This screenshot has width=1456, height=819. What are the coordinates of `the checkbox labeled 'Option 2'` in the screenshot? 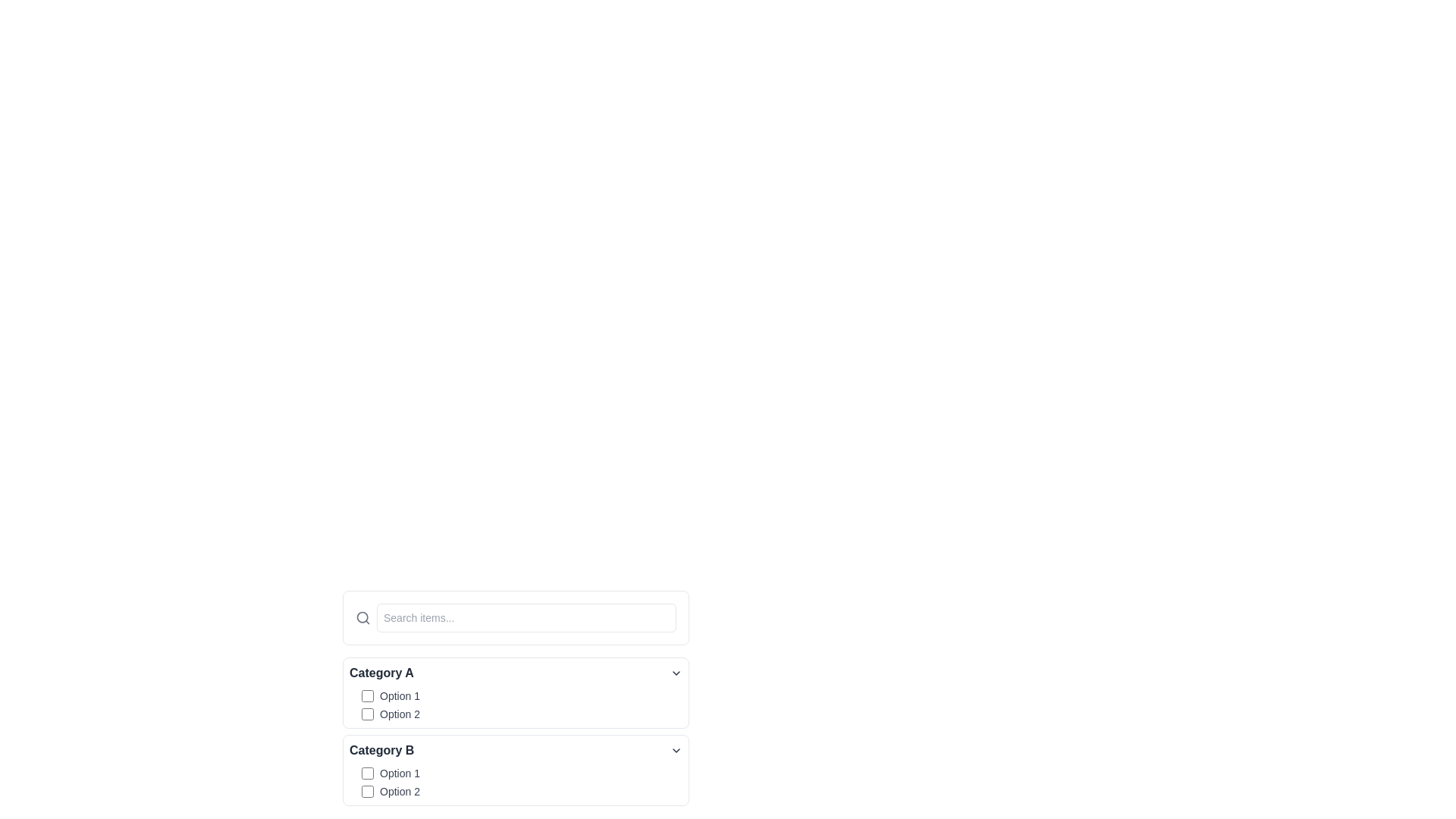 It's located at (522, 714).